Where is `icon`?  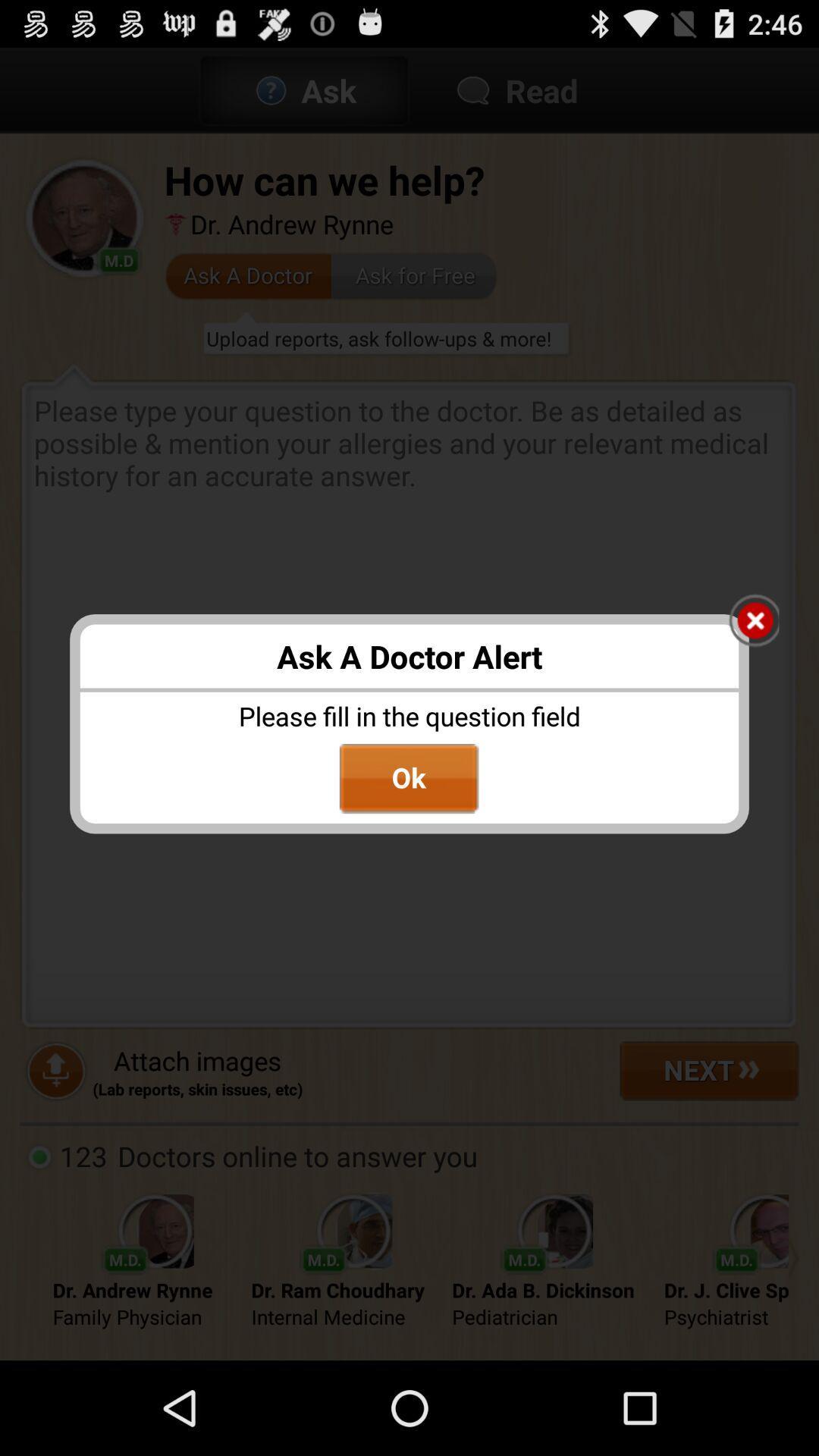 icon is located at coordinates (754, 622).